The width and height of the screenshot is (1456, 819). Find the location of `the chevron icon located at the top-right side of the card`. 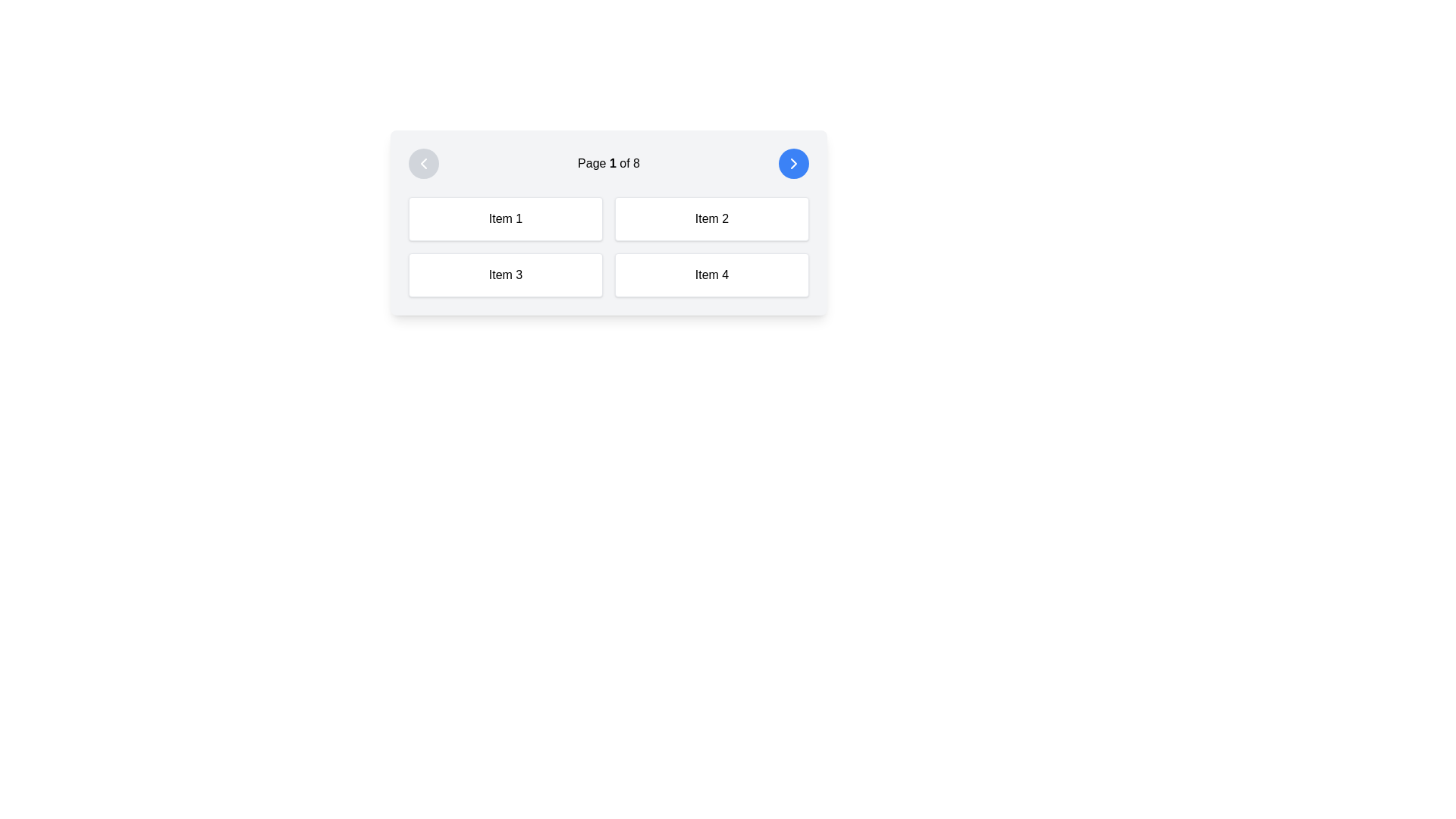

the chevron icon located at the top-right side of the card is located at coordinates (792, 164).